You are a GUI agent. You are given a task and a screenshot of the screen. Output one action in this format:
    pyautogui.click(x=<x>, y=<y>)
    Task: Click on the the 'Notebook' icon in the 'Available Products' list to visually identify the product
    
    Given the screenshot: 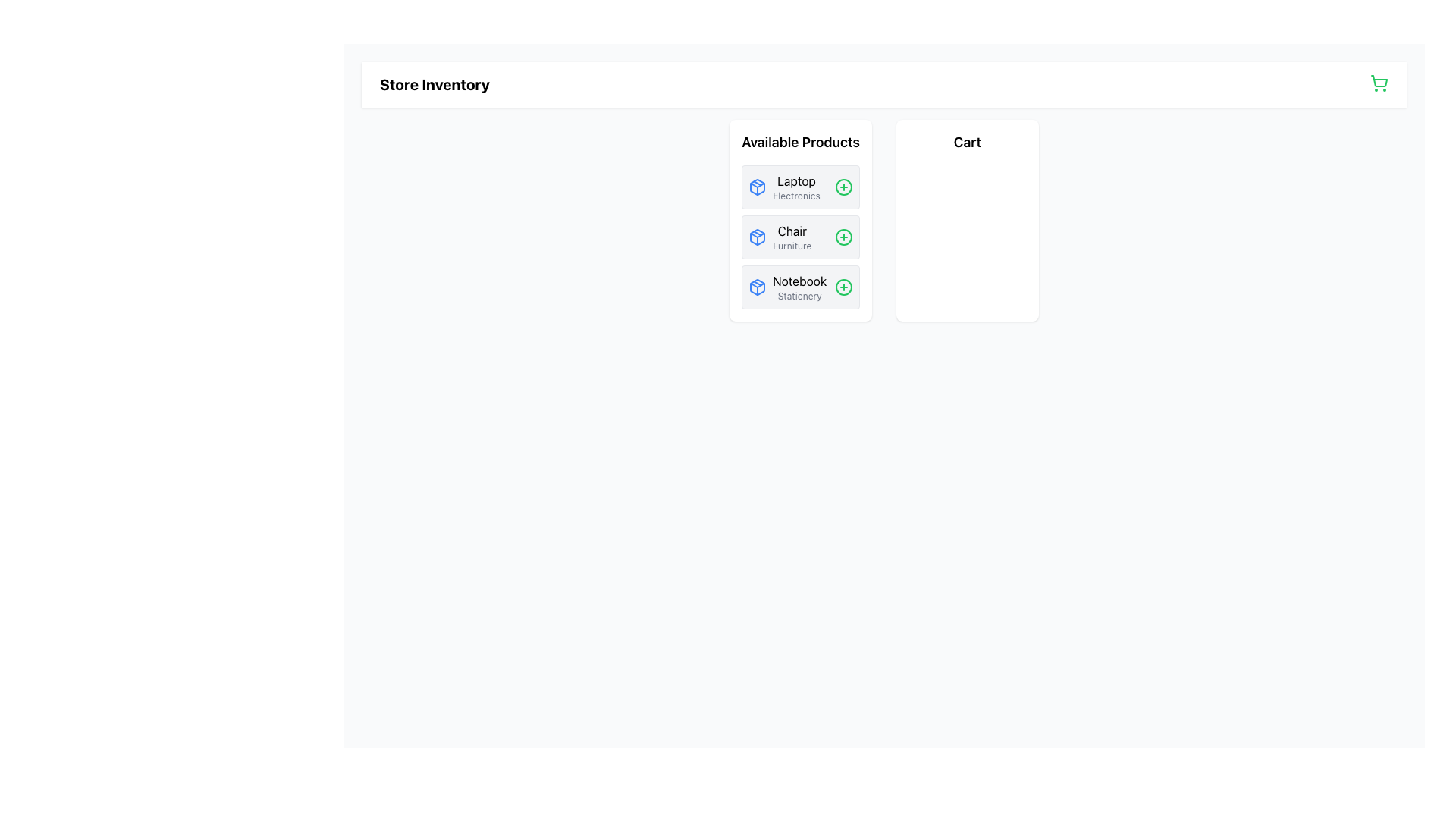 What is the action you would take?
    pyautogui.click(x=758, y=287)
    